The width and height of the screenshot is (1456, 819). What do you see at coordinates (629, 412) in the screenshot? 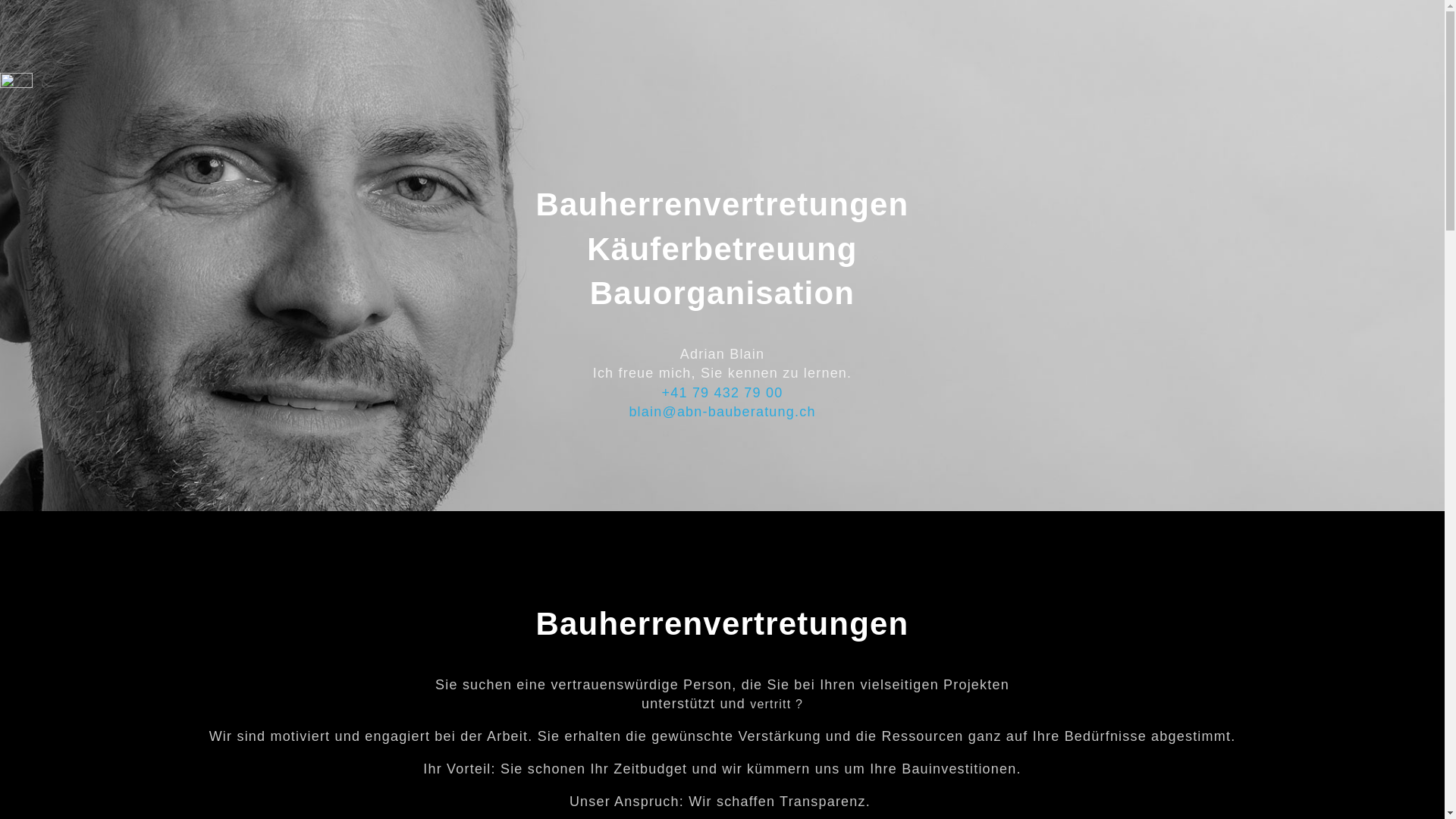
I see `'blain@abn-bauberatung.ch'` at bounding box center [629, 412].